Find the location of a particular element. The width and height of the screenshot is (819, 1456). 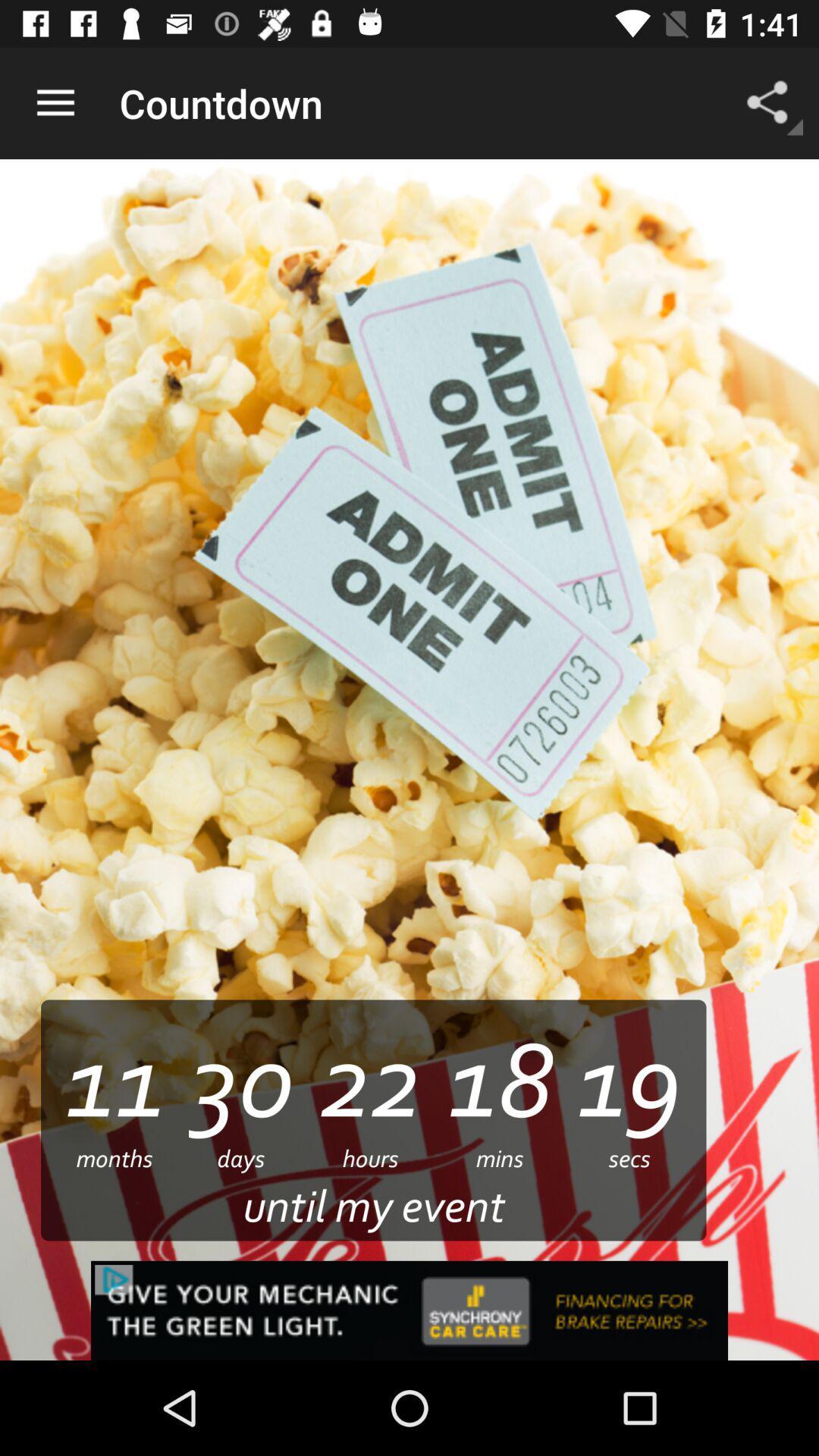

app next to countdown icon is located at coordinates (771, 102).